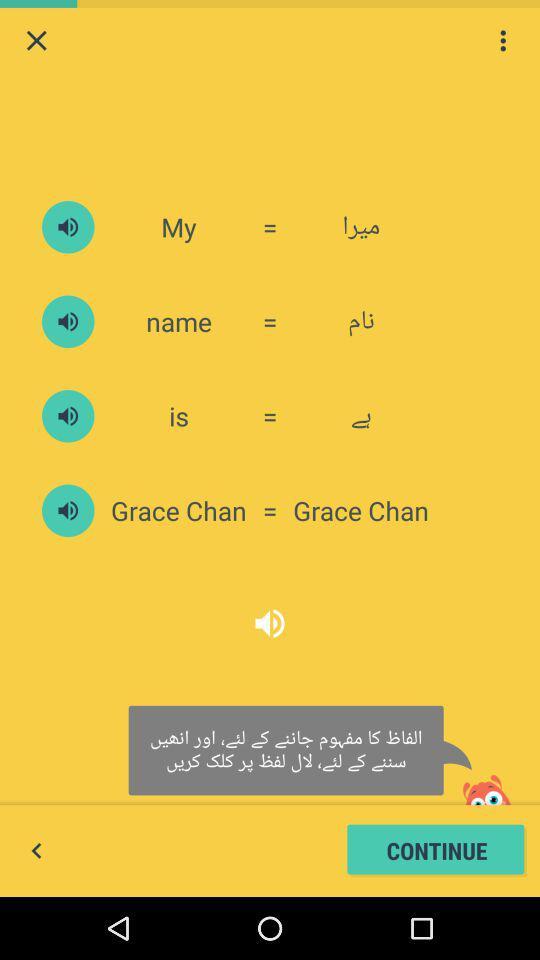 This screenshot has width=540, height=960. What do you see at coordinates (67, 546) in the screenshot?
I see `the volume icon` at bounding box center [67, 546].